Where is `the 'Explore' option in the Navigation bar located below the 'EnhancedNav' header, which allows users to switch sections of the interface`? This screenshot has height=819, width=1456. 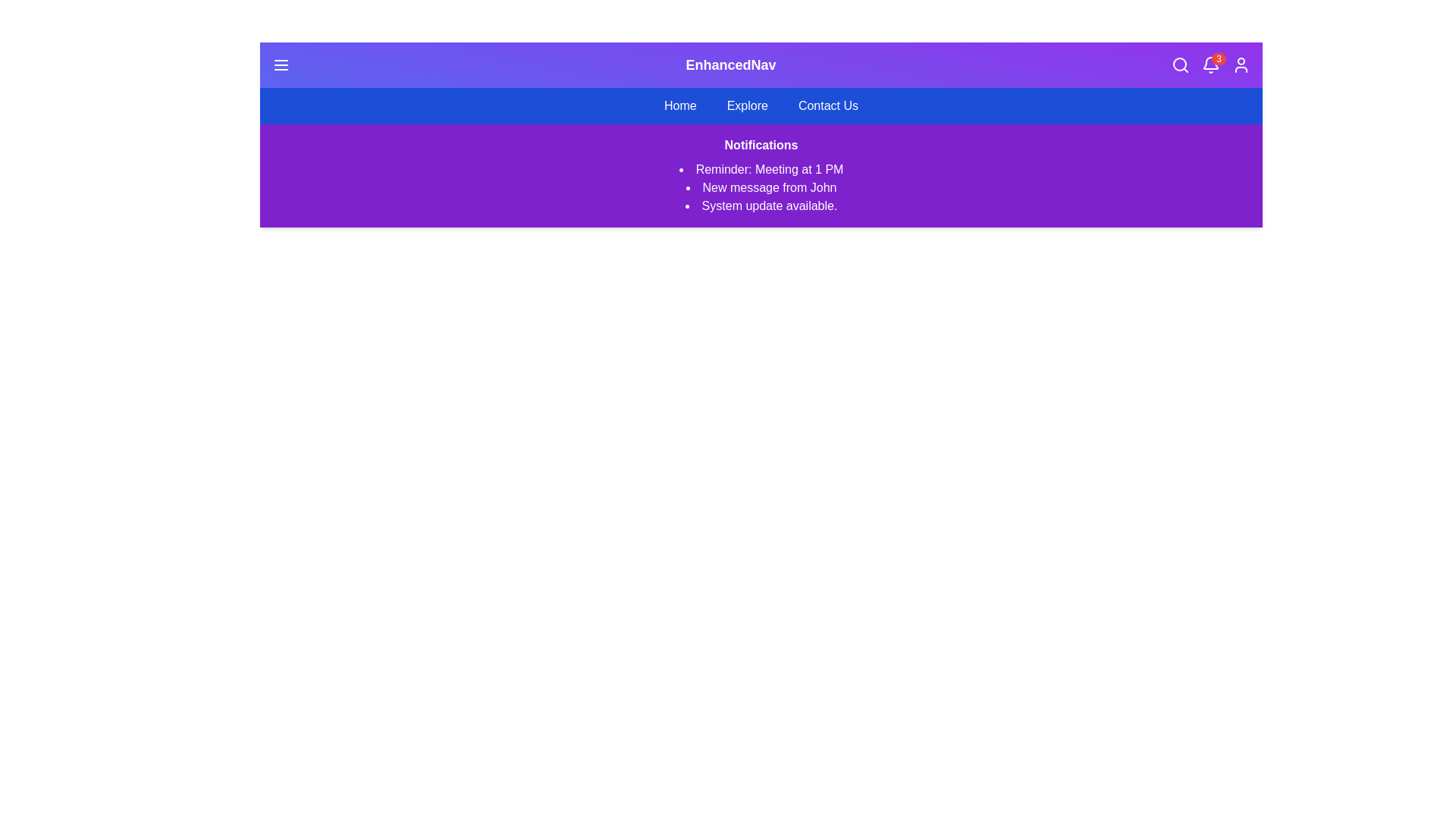 the 'Explore' option in the Navigation bar located below the 'EnhancedNav' header, which allows users to switch sections of the interface is located at coordinates (761, 105).